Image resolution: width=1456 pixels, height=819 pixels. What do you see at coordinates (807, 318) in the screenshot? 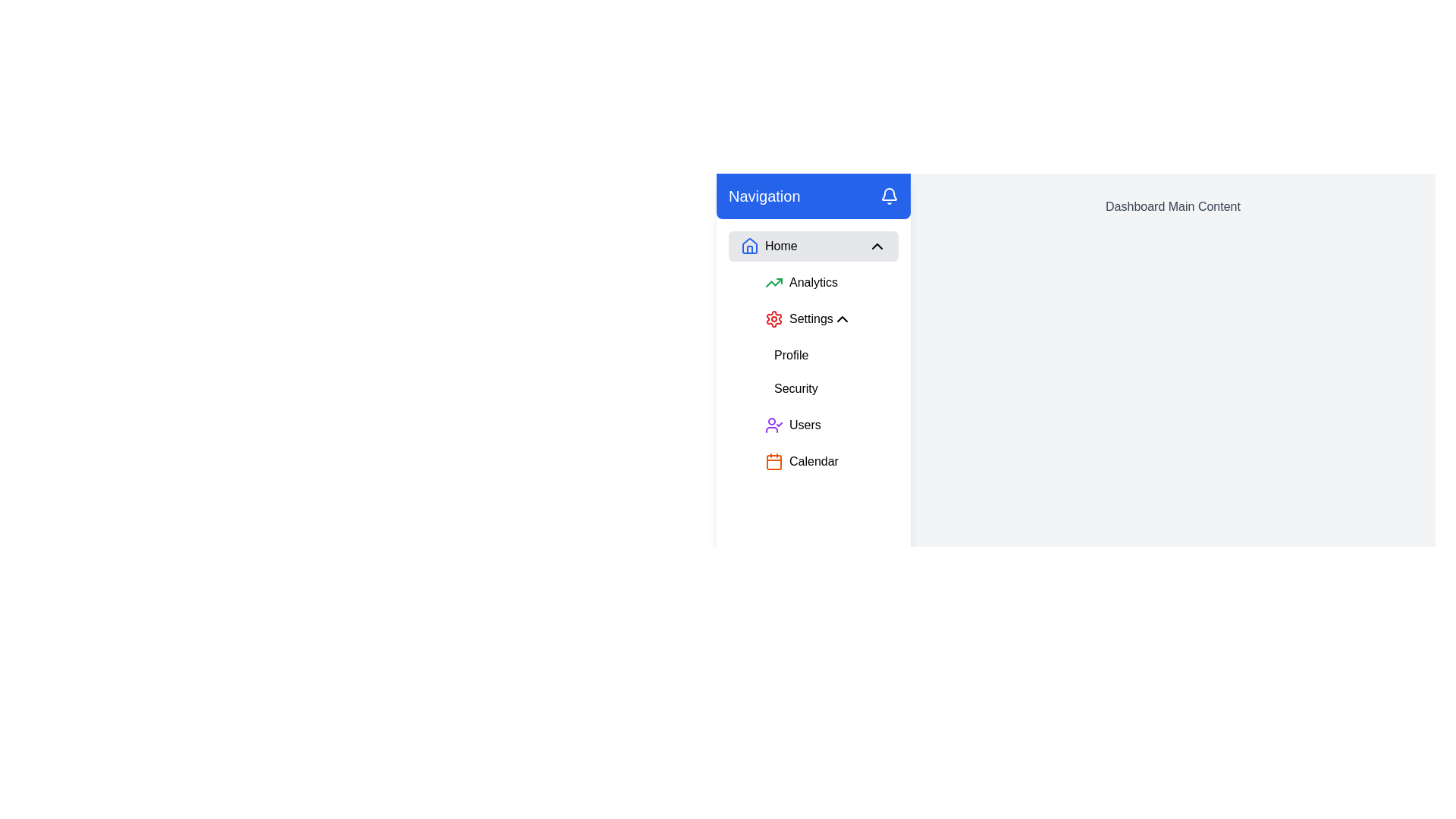
I see `the upward-pointing chevron icon on the 'Settings' collapsible menu item in the vertical sidebar navigation menu` at bounding box center [807, 318].